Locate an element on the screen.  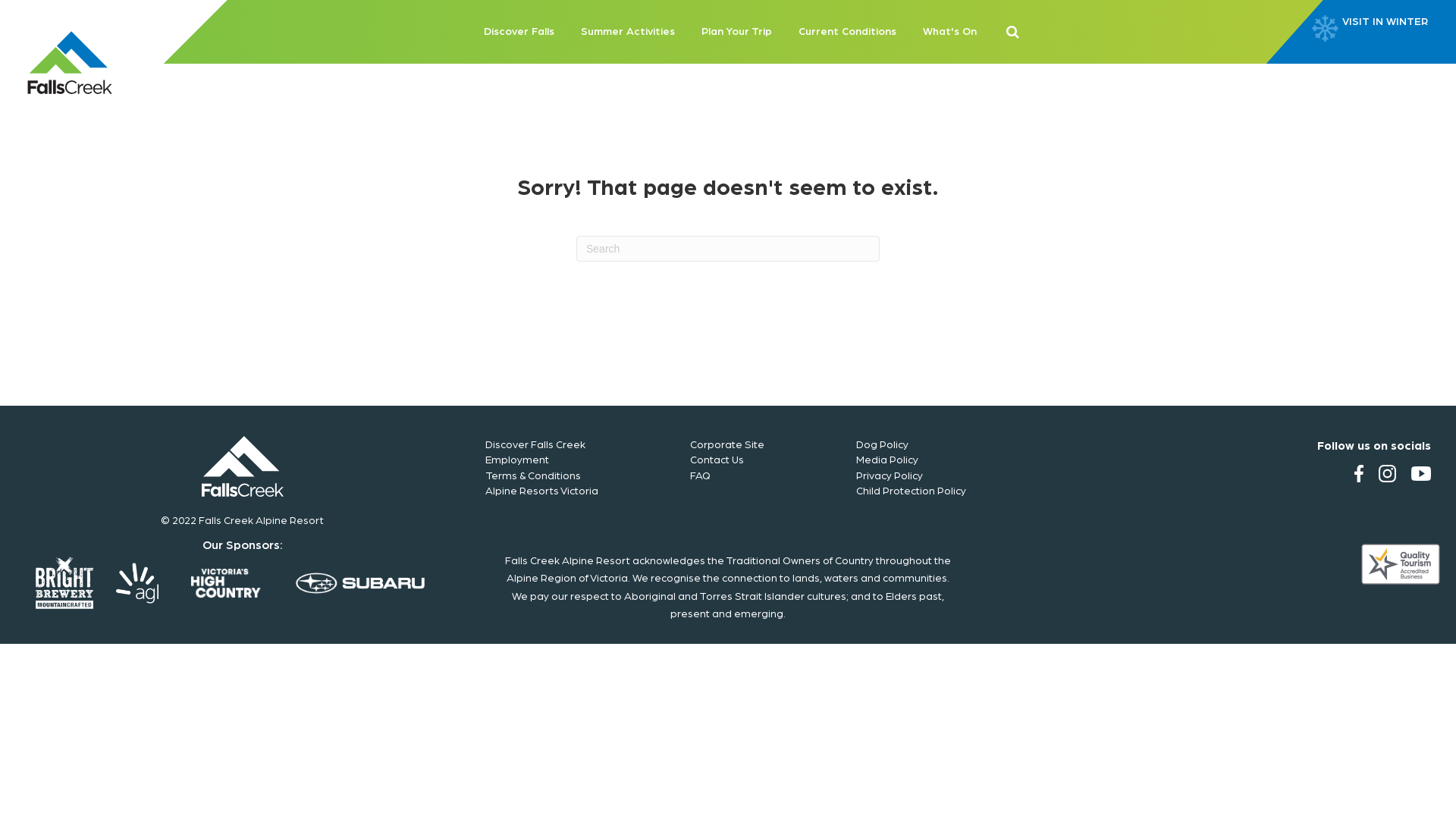
'Privacy Policy' is located at coordinates (889, 473).